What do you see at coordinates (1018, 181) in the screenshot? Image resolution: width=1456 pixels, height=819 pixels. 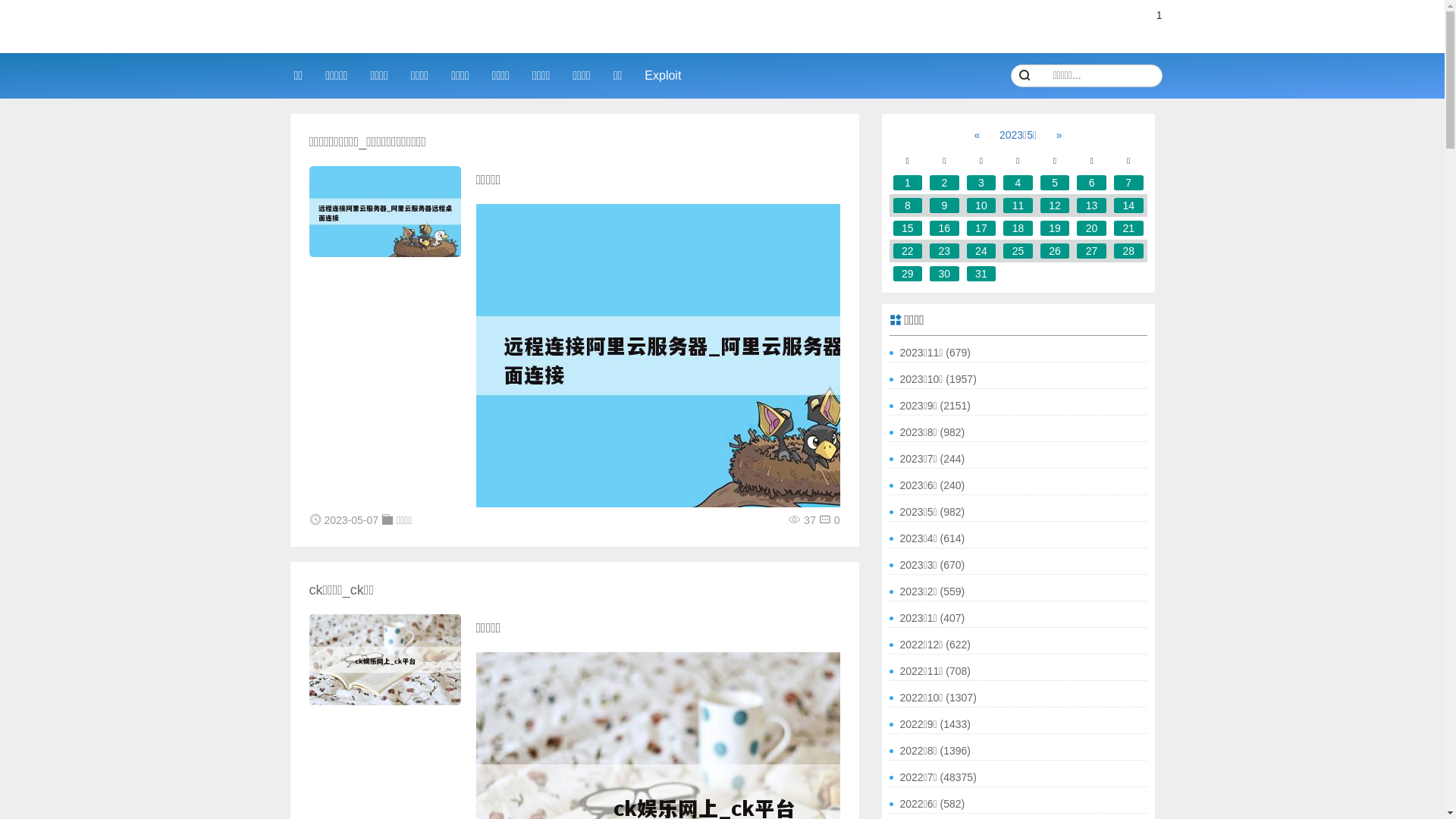 I see `'4'` at bounding box center [1018, 181].